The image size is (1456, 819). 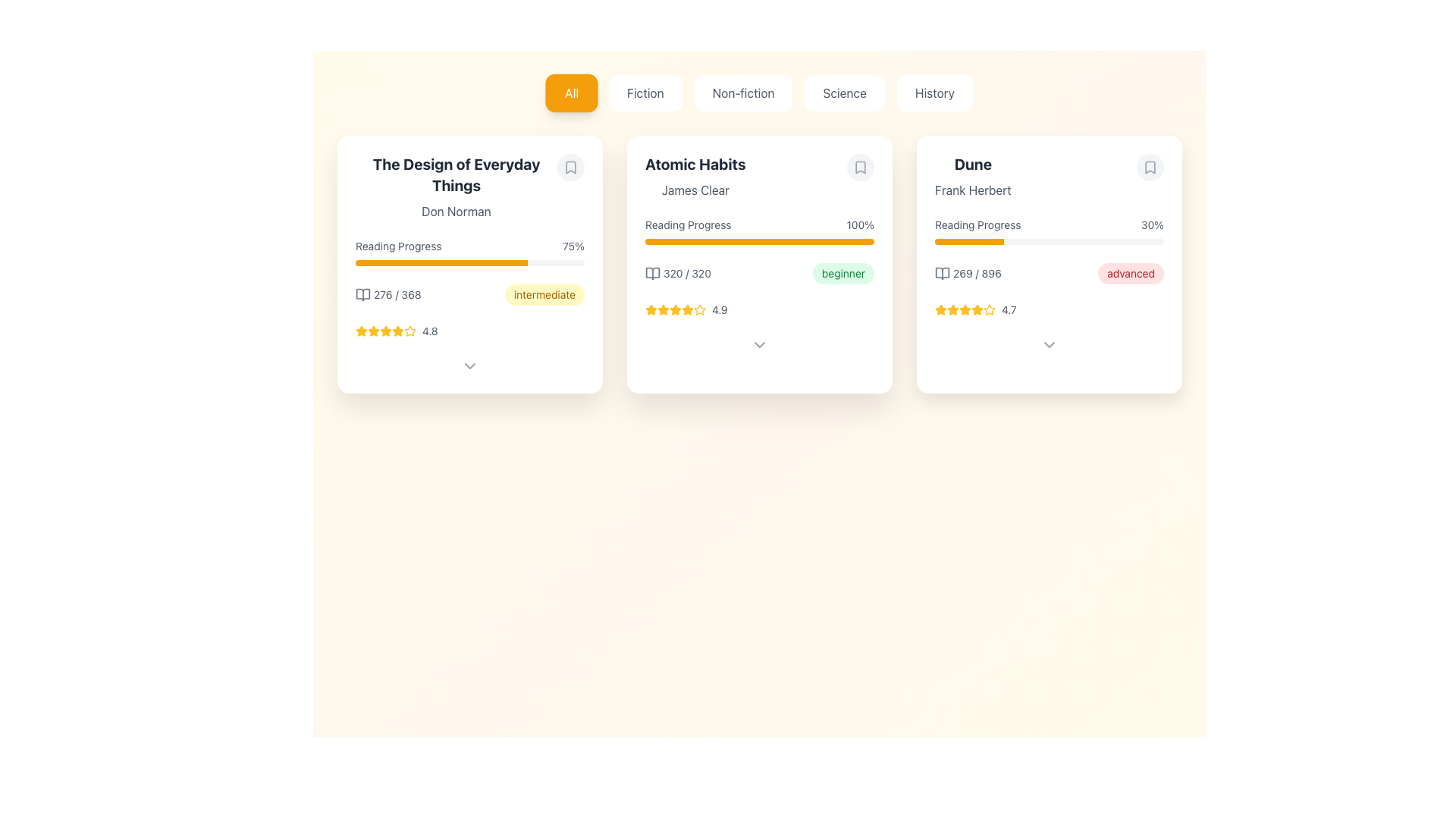 What do you see at coordinates (434, 262) in the screenshot?
I see `the reading progress bar` at bounding box center [434, 262].